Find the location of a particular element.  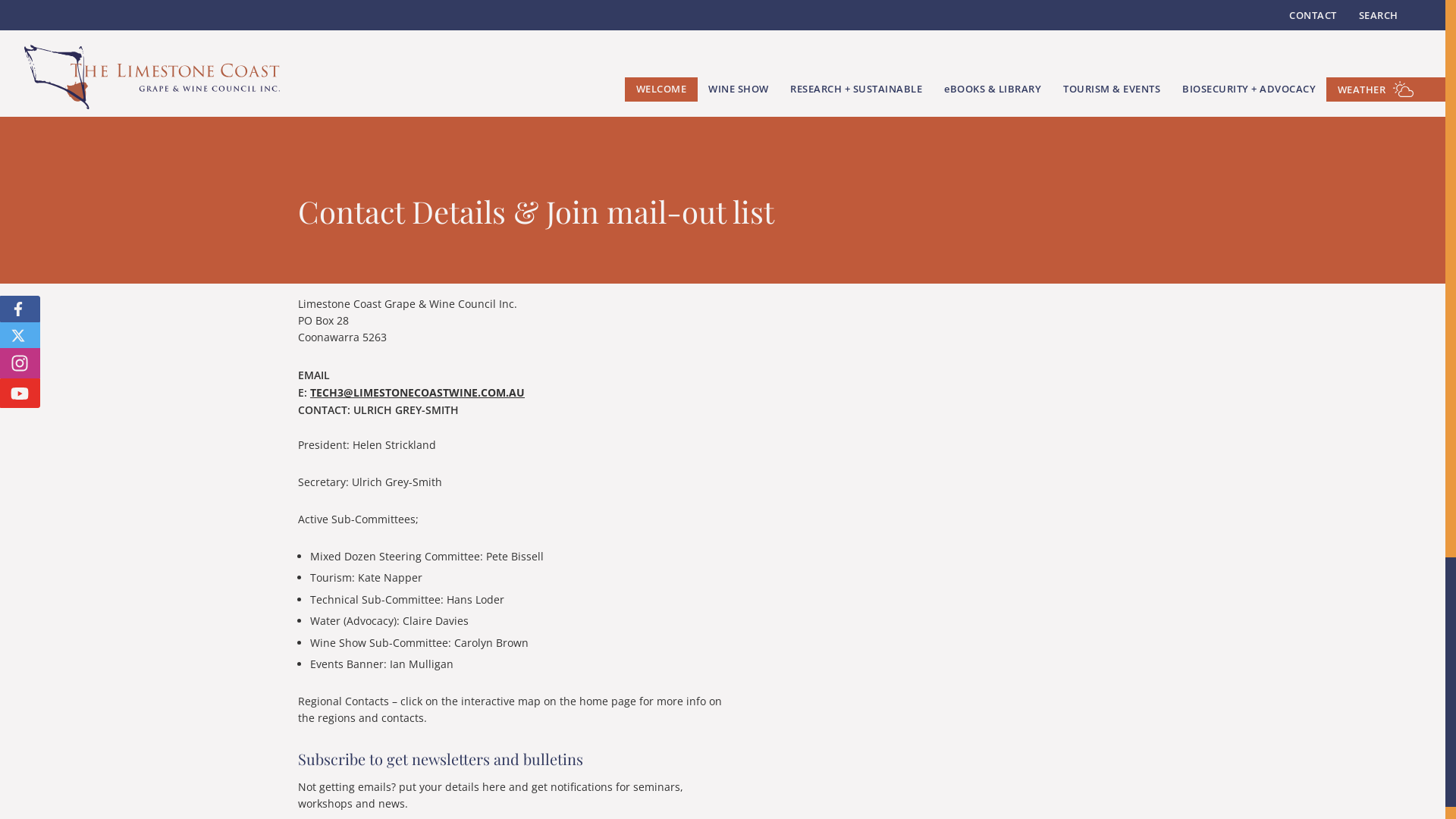

'RESEARCH + SUSTAINABLE' is located at coordinates (856, 89).